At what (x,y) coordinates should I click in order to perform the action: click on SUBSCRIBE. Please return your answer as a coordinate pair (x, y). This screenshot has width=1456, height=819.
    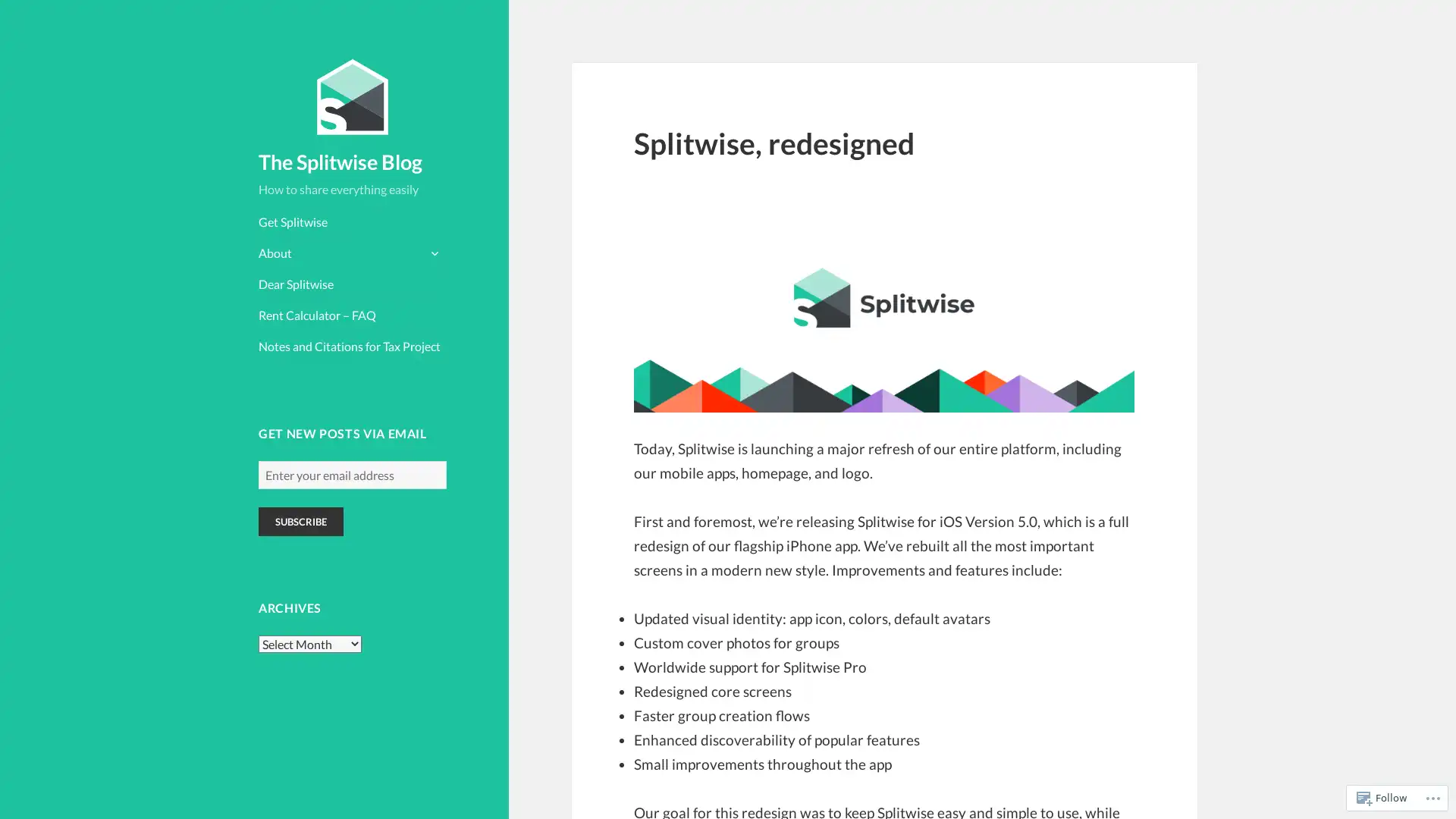
    Looking at the image, I should click on (301, 520).